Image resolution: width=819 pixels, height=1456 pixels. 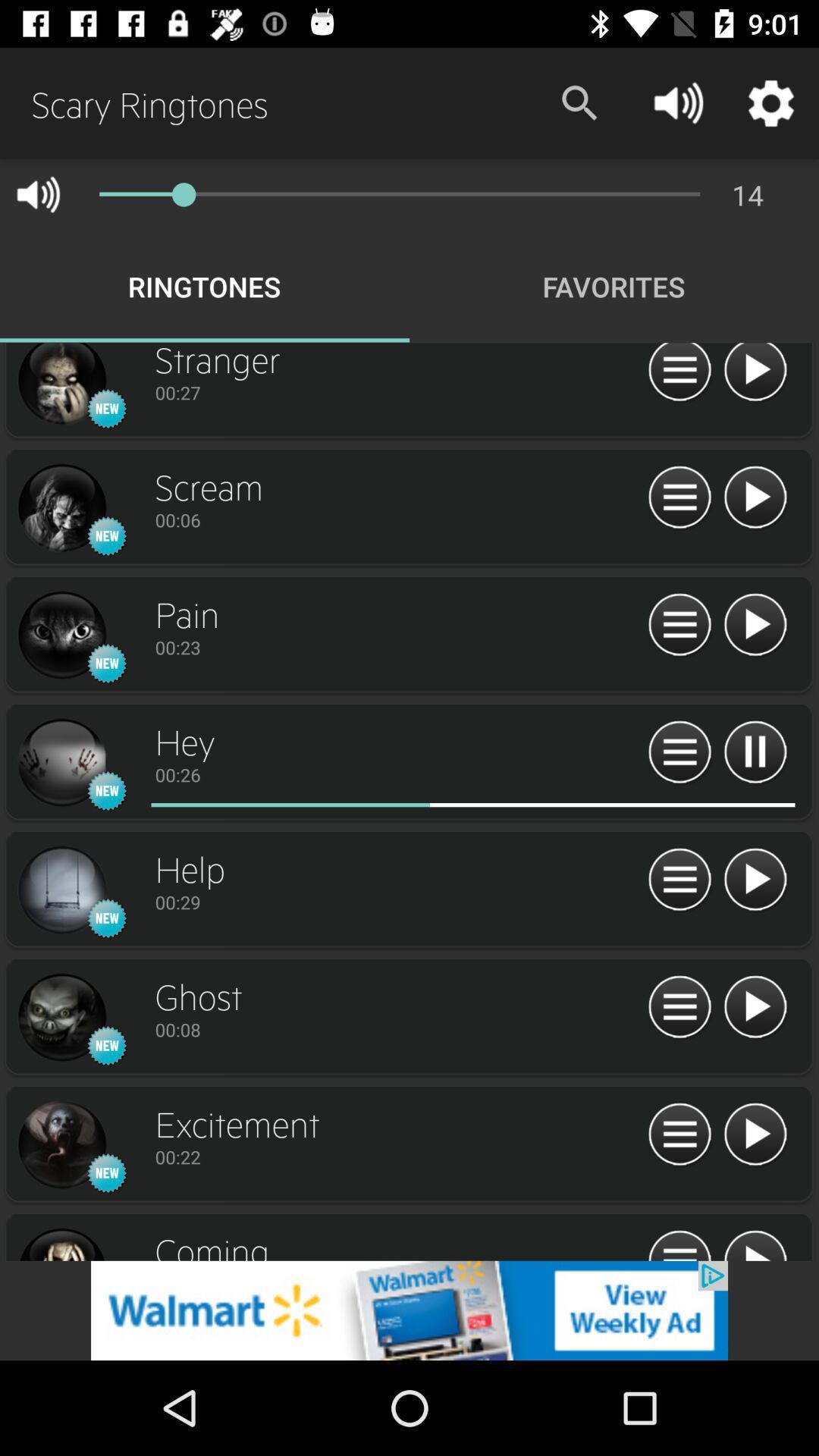 What do you see at coordinates (409, 1310) in the screenshot?
I see `to delete the add` at bounding box center [409, 1310].